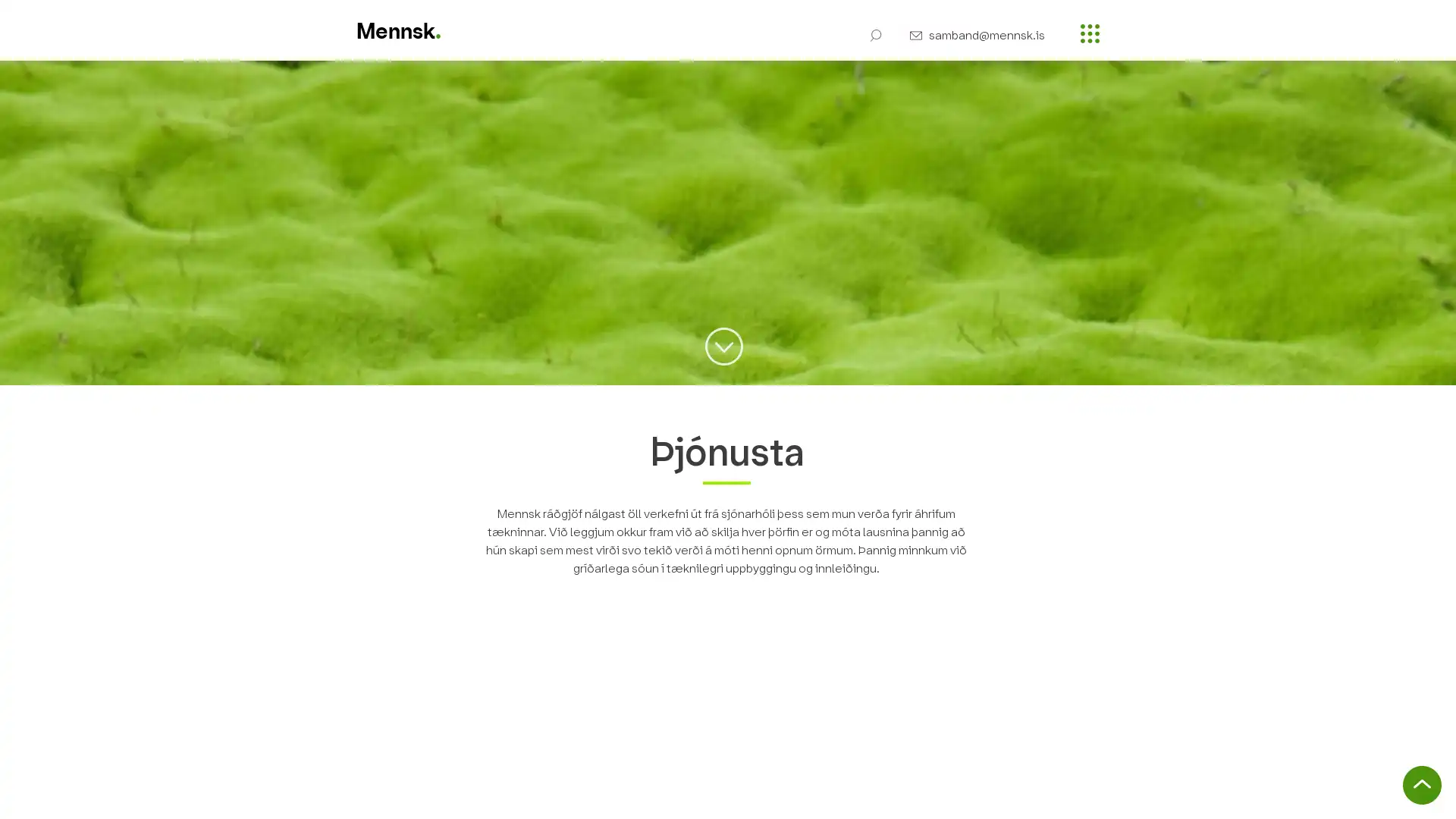 The width and height of the screenshot is (1456, 819). What do you see at coordinates (1383, 794) in the screenshot?
I see `Allt i gou` at bounding box center [1383, 794].